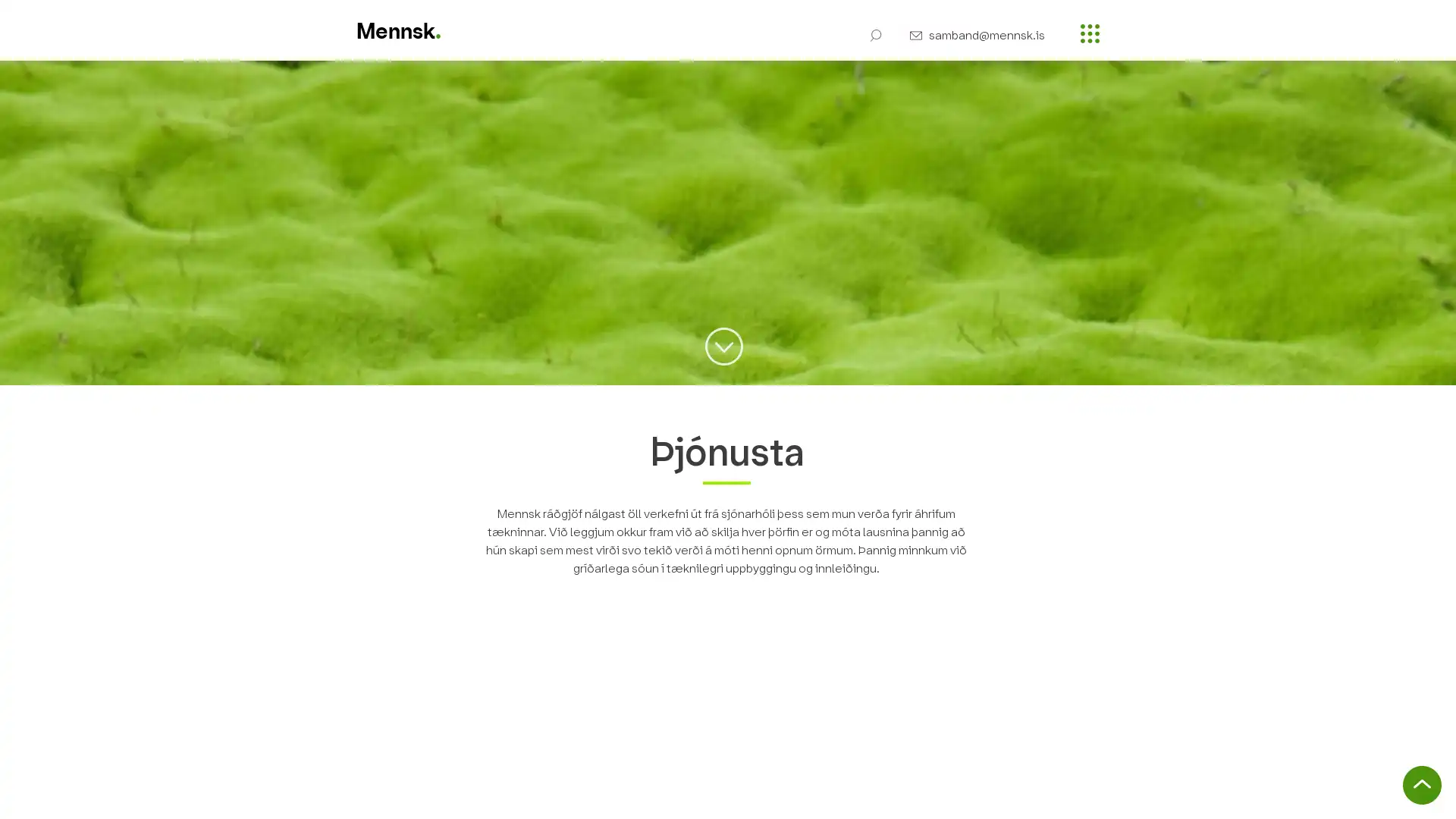 The width and height of the screenshot is (1456, 819). What do you see at coordinates (1383, 794) in the screenshot?
I see `Allt i gou` at bounding box center [1383, 794].